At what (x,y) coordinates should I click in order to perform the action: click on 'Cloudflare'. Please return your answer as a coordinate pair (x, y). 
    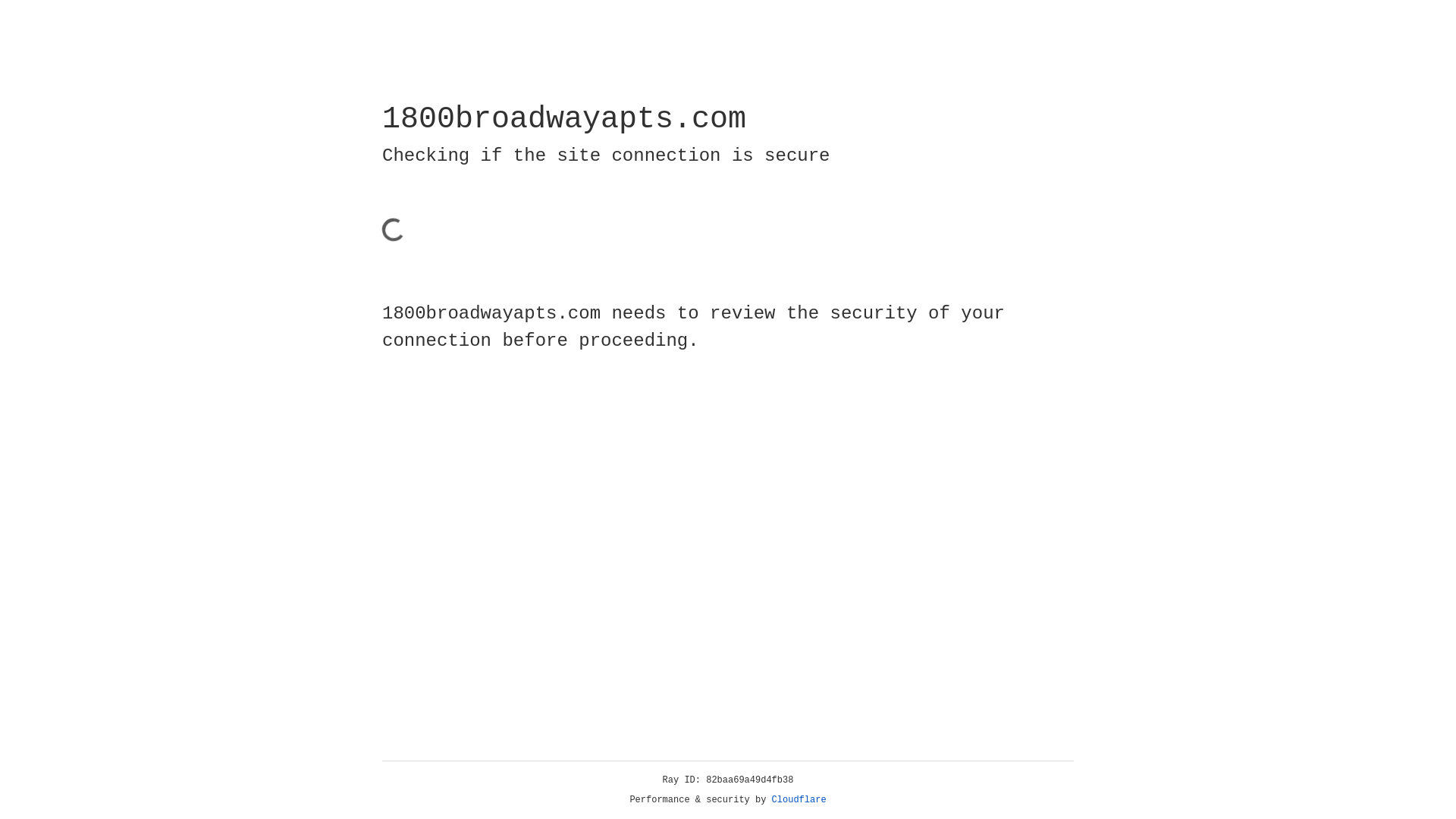
    Looking at the image, I should click on (799, 799).